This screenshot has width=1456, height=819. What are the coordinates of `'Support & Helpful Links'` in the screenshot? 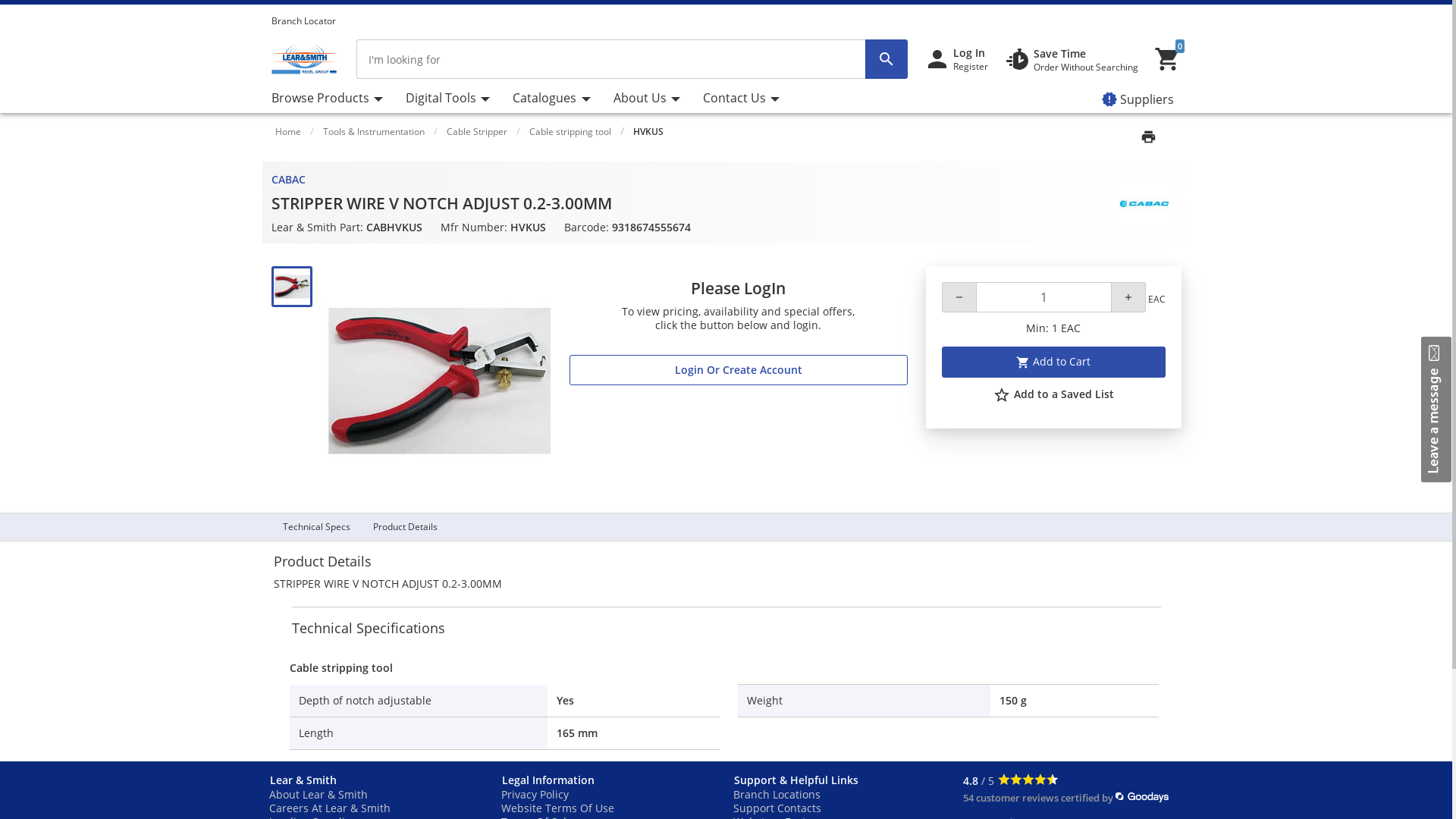 It's located at (841, 780).